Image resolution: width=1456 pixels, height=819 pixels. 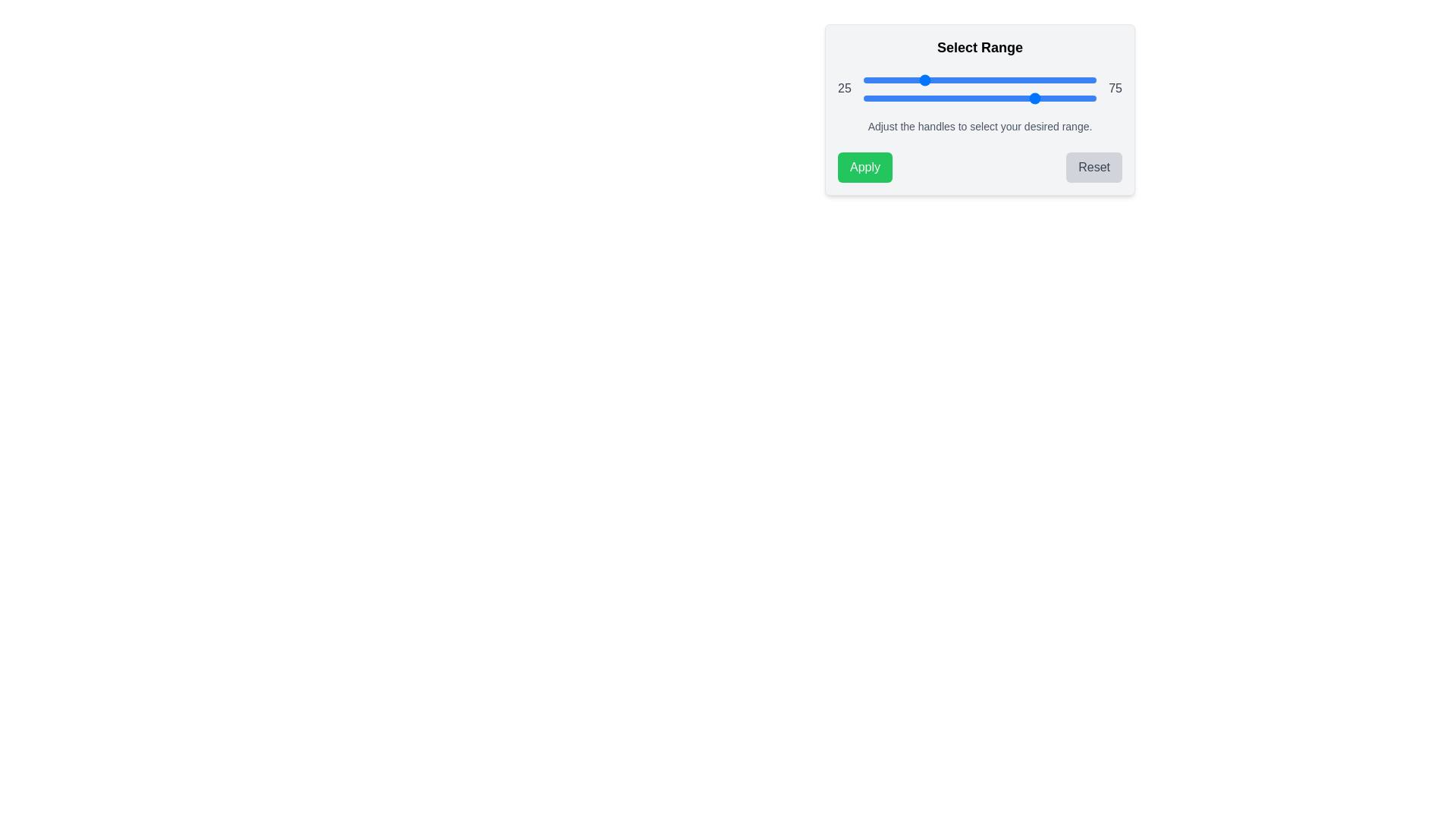 What do you see at coordinates (1116, 88) in the screenshot?
I see `the static text label displaying the value '75', which is styled in dark gray and positioned to the right of a blue slider bar` at bounding box center [1116, 88].